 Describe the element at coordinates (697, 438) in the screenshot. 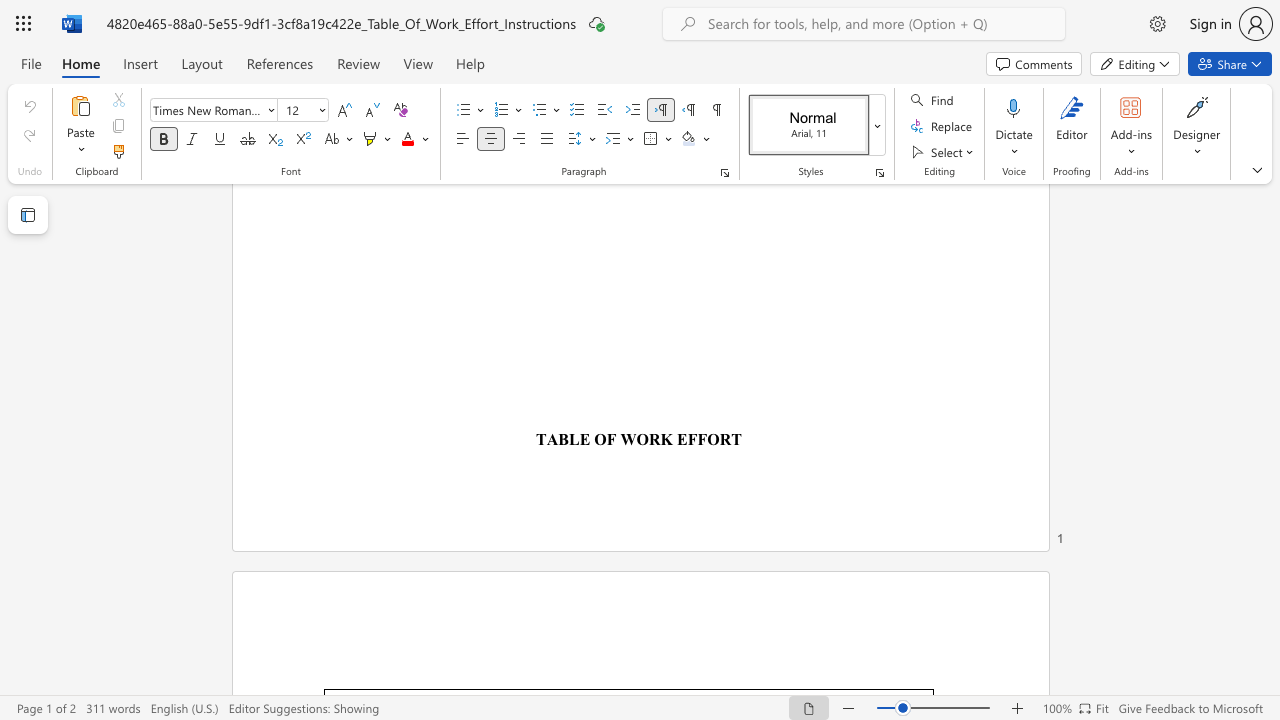

I see `the subset text "FO" within the text "TABLE OF WORK EFFORT"` at that location.